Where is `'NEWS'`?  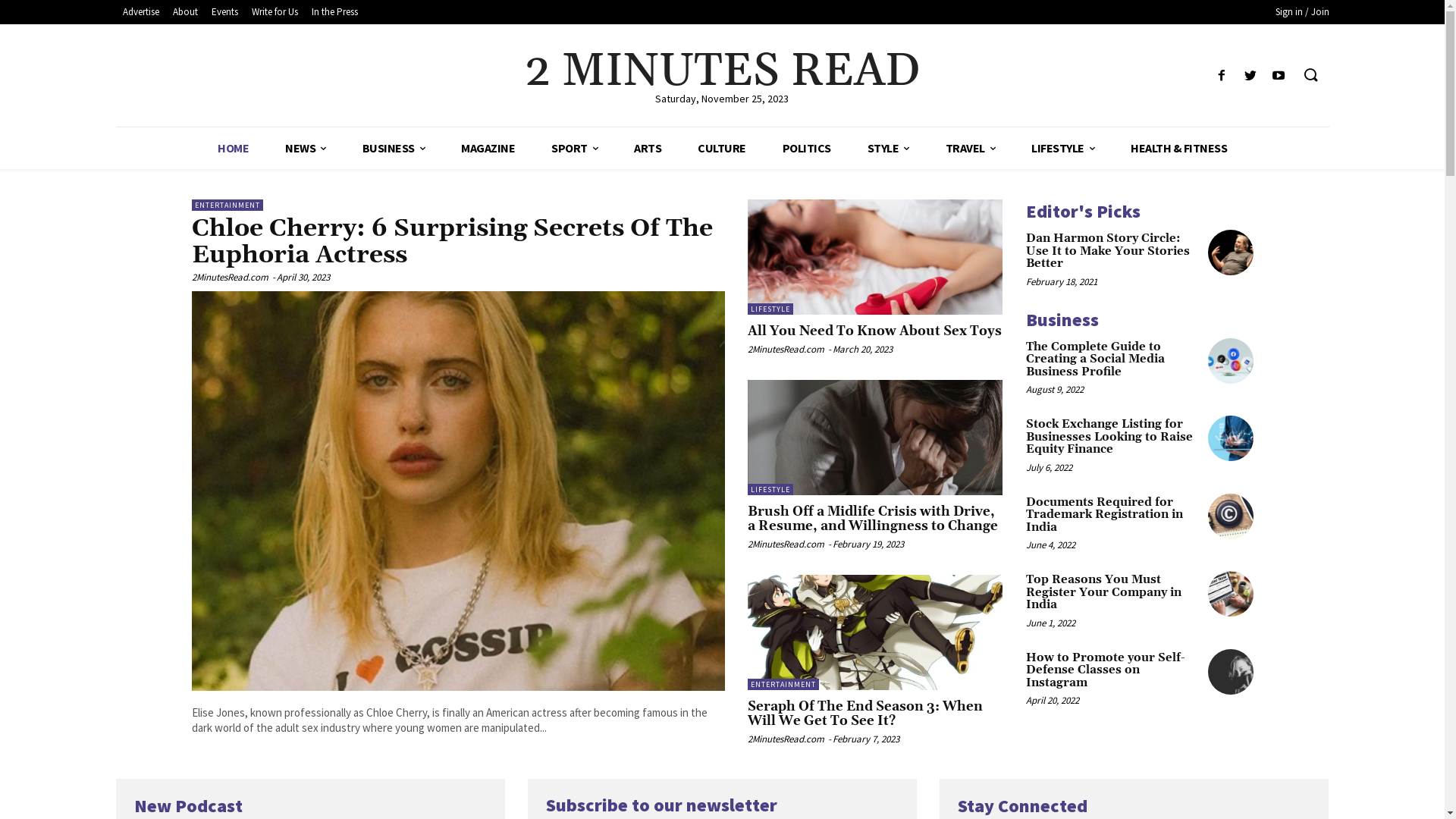 'NEWS' is located at coordinates (305, 148).